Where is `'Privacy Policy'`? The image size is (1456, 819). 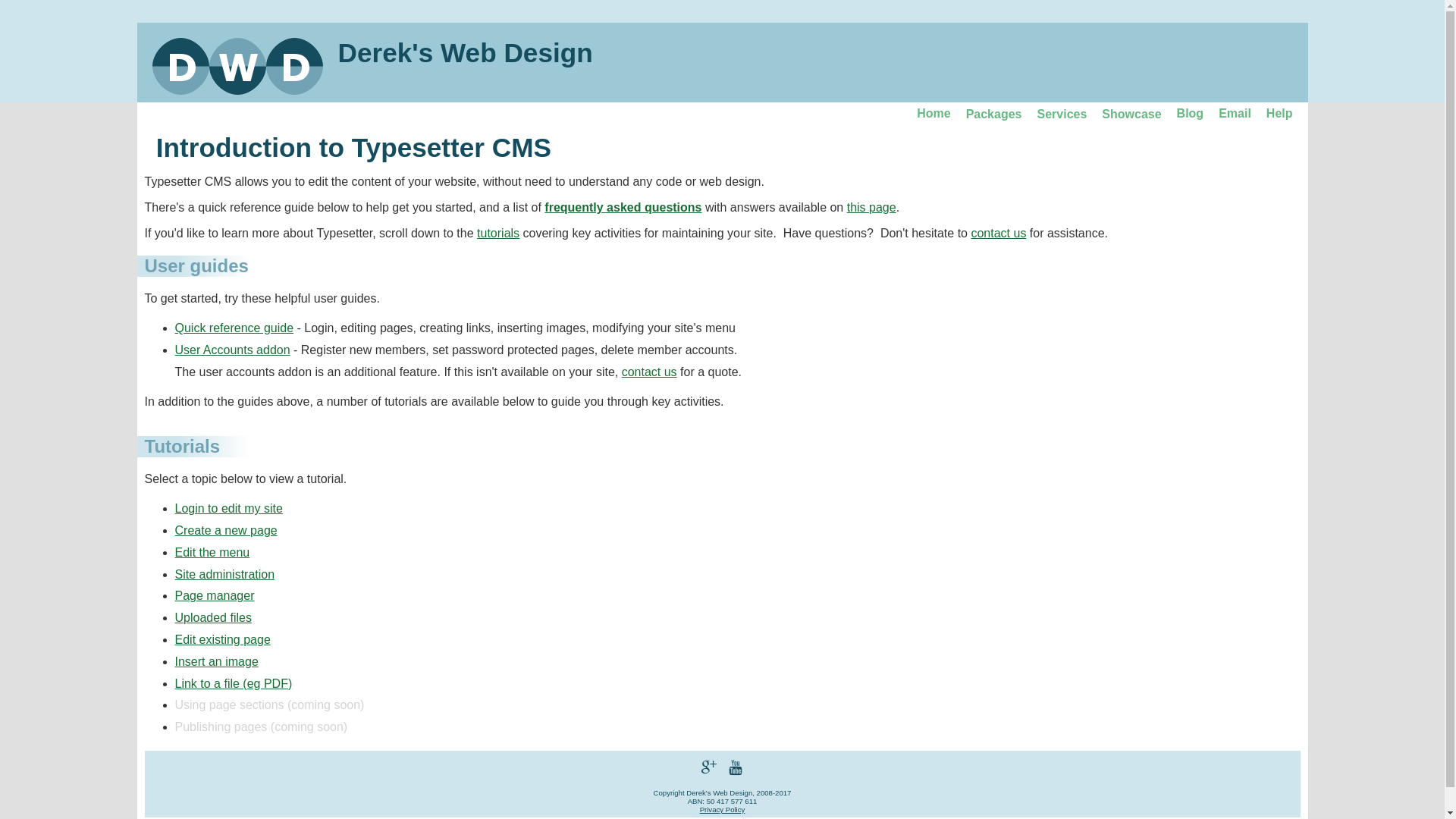 'Privacy Policy' is located at coordinates (698, 808).